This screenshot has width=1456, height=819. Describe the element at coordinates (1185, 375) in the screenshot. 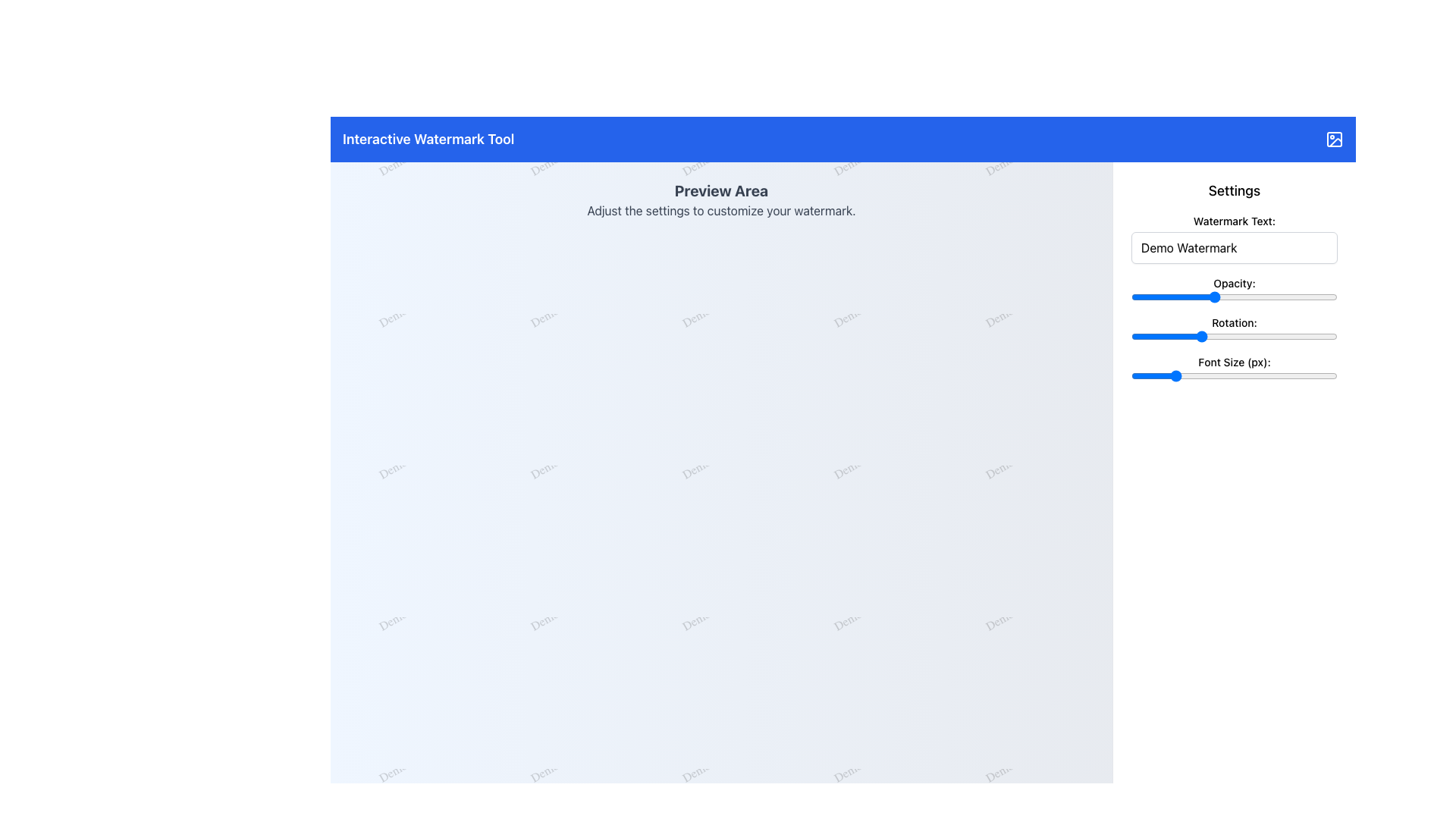

I see `font size` at that location.